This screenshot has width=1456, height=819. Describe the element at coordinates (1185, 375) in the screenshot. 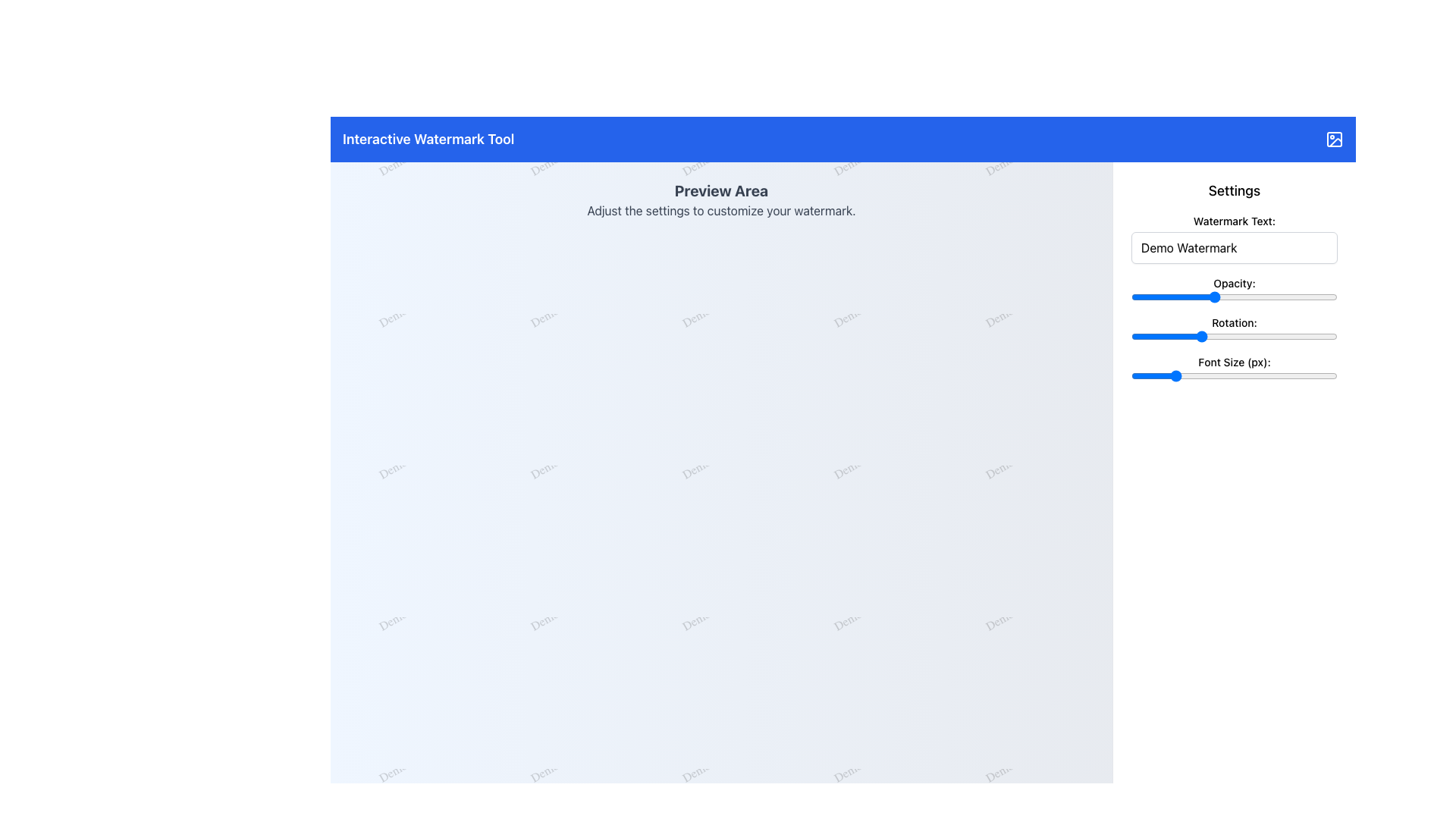

I see `font size` at that location.